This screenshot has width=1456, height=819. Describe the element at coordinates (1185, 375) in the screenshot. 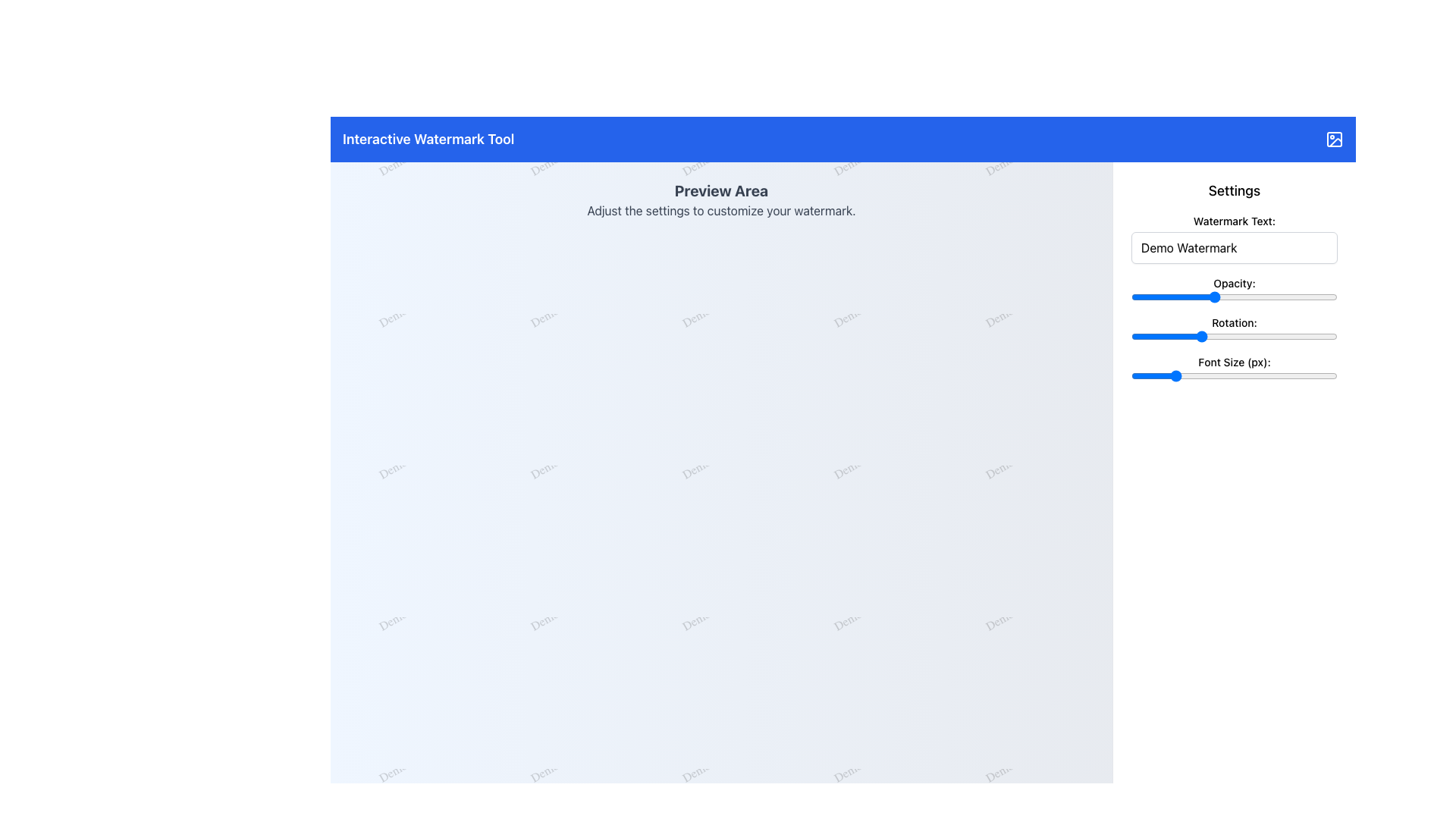

I see `font size` at that location.